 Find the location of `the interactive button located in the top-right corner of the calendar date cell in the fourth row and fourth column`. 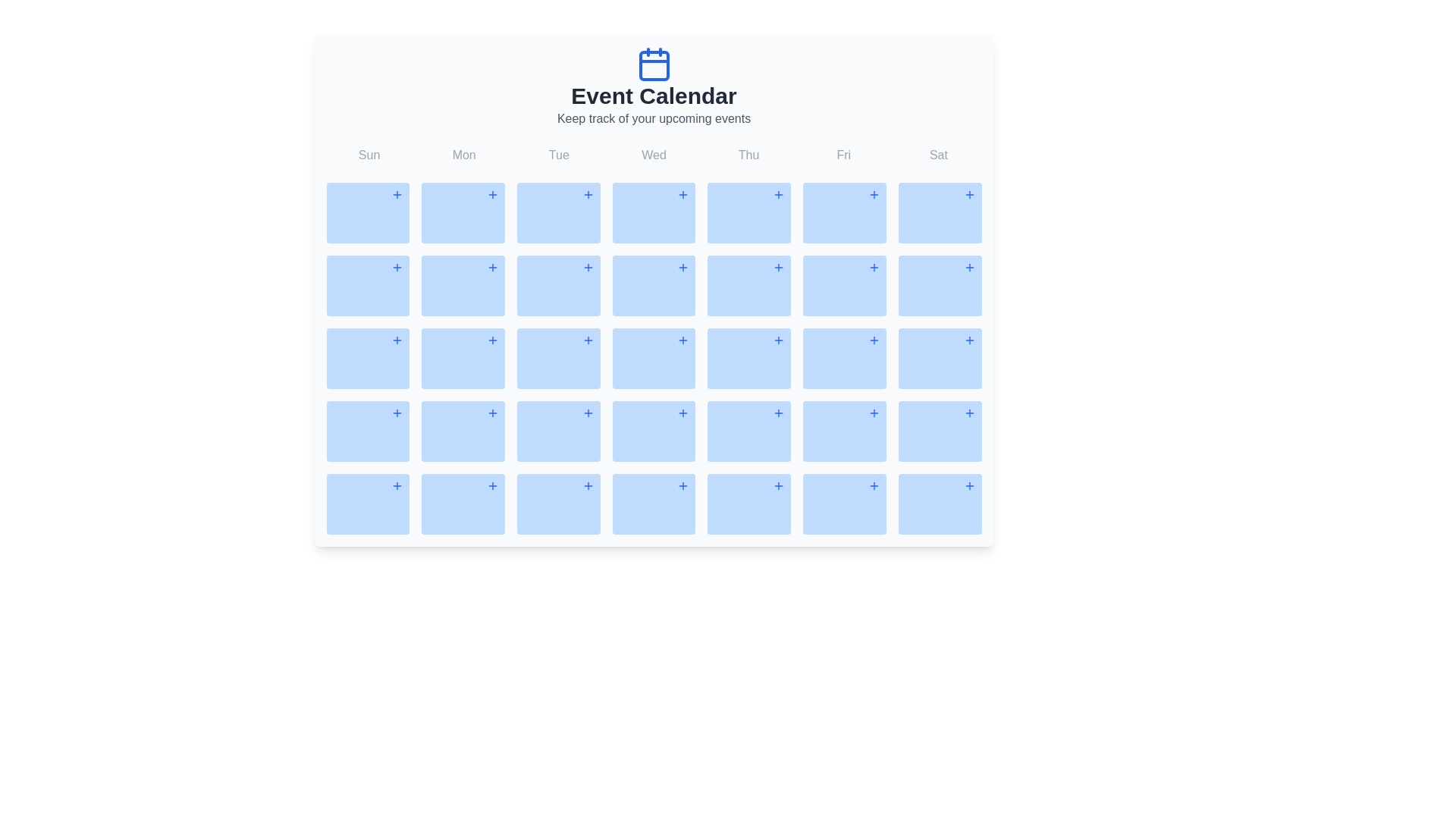

the interactive button located in the top-right corner of the calendar date cell in the fourth row and fourth column is located at coordinates (682, 413).